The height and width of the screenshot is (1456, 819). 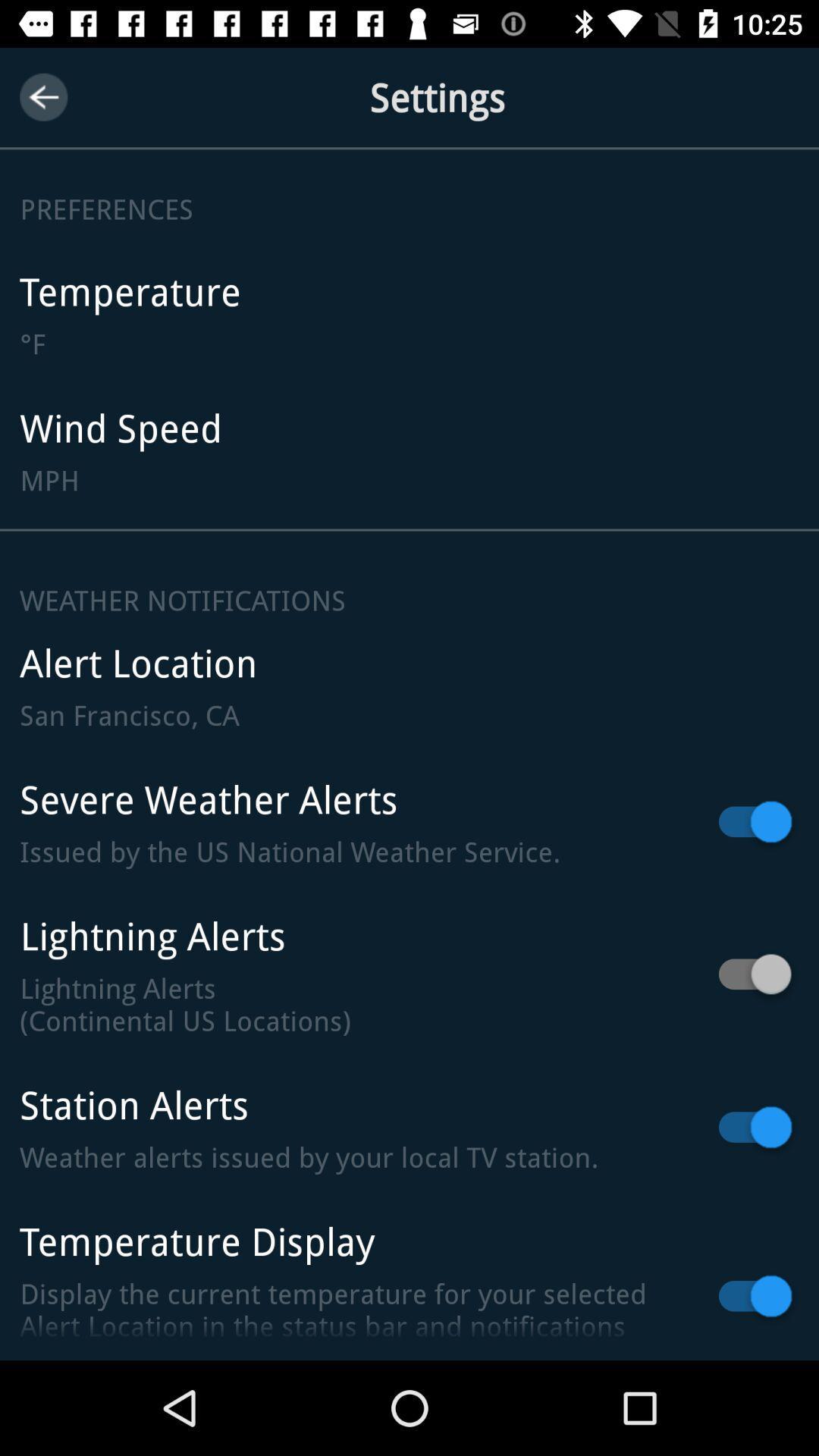 I want to click on the arrow_backward icon, so click(x=42, y=96).